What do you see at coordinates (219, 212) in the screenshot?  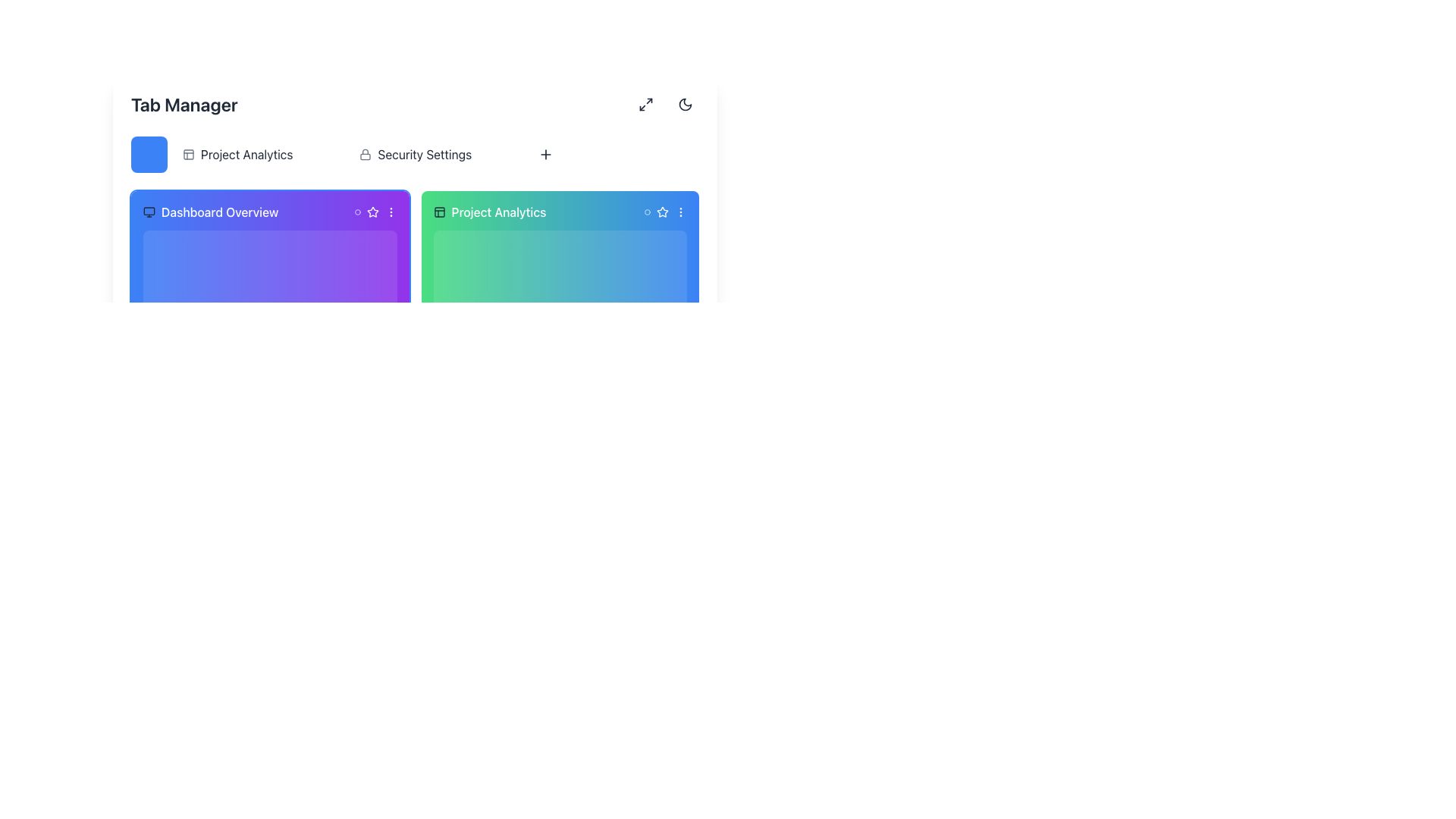 I see `label text which is the title for the purple panel, located at the center of the left purple panel next to a monitor-shaped icon` at bounding box center [219, 212].